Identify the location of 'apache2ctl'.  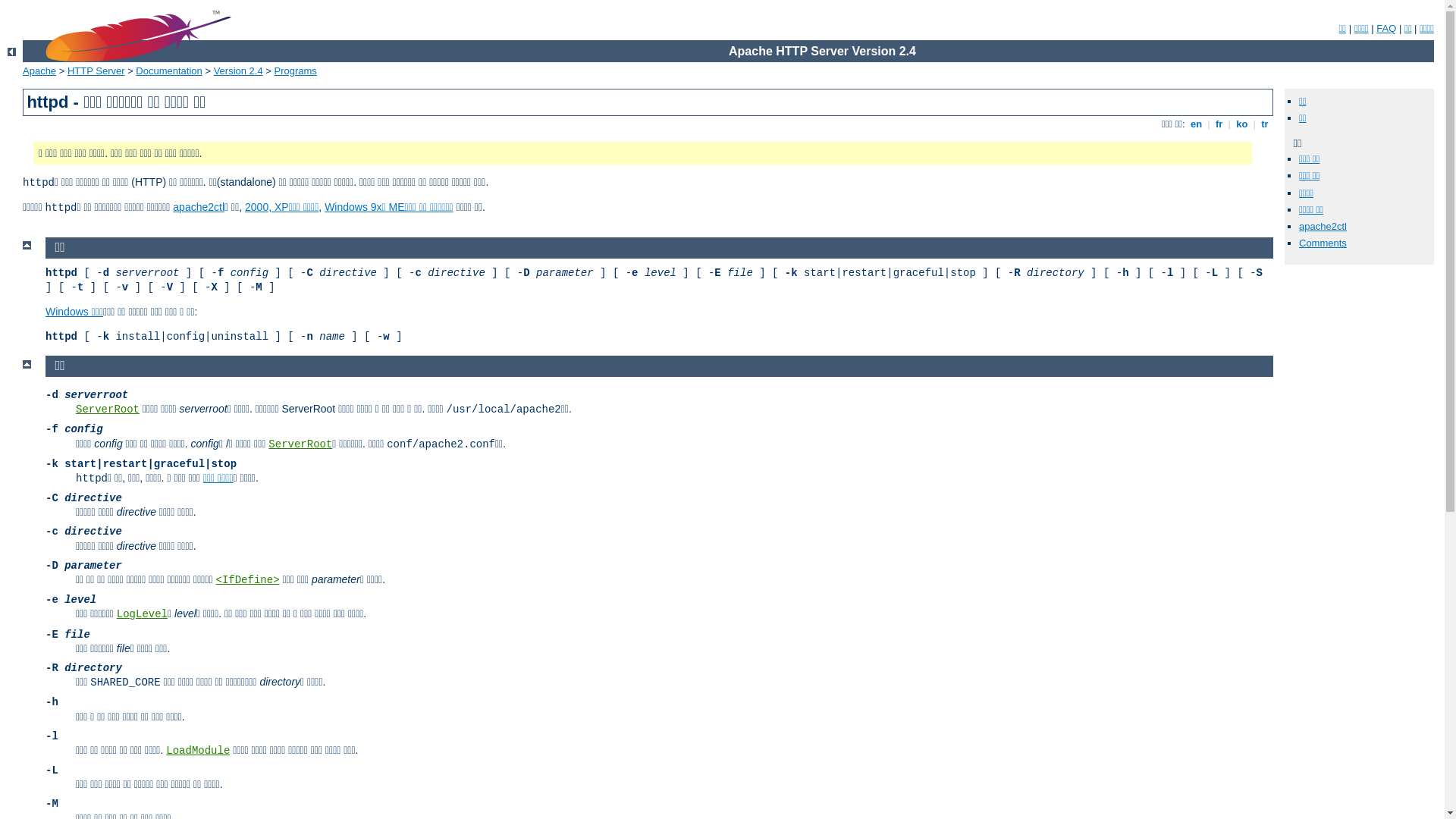
(1322, 226).